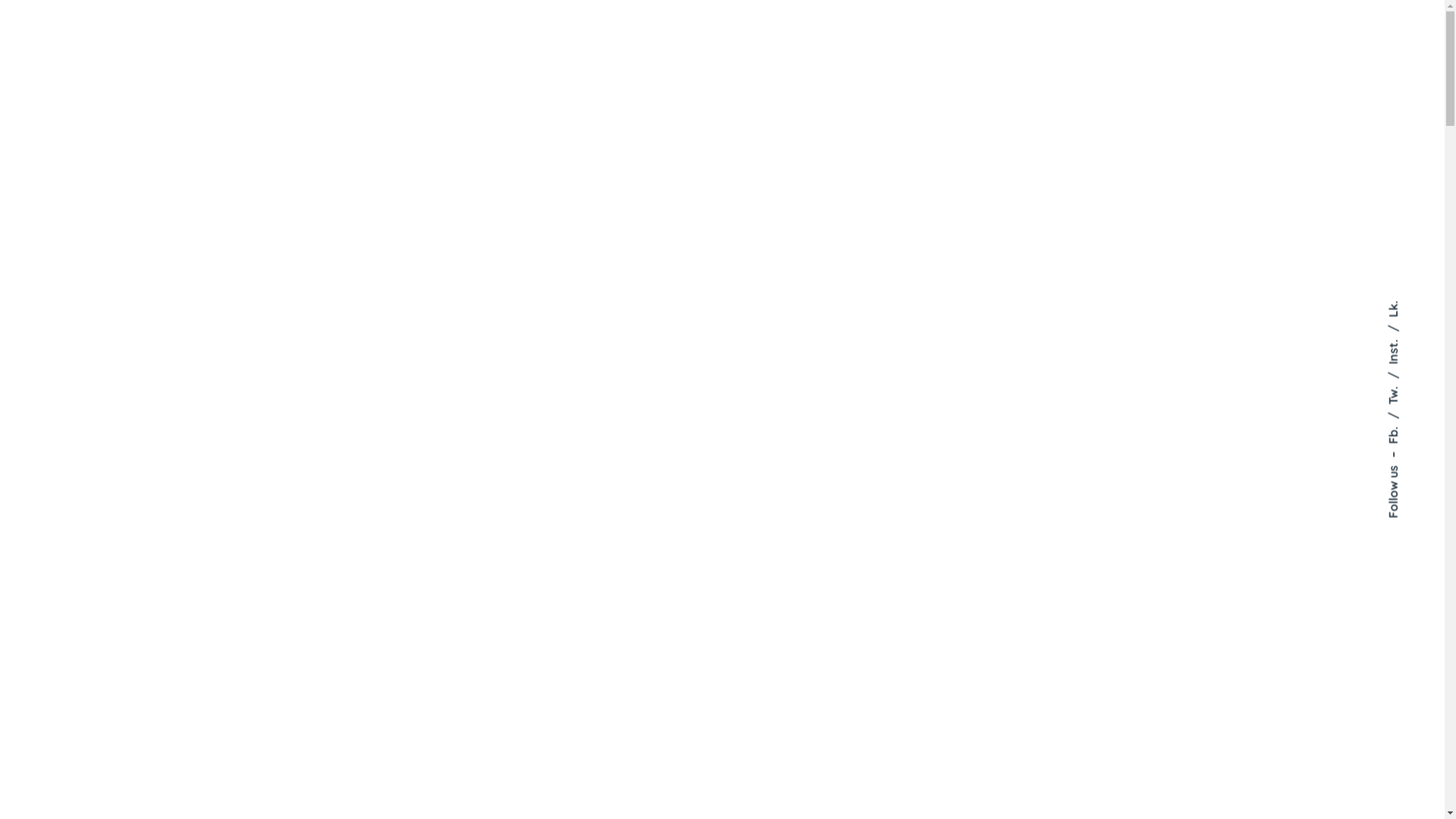 Image resolution: width=1456 pixels, height=819 pixels. I want to click on 'Inst.', so click(1404, 331).